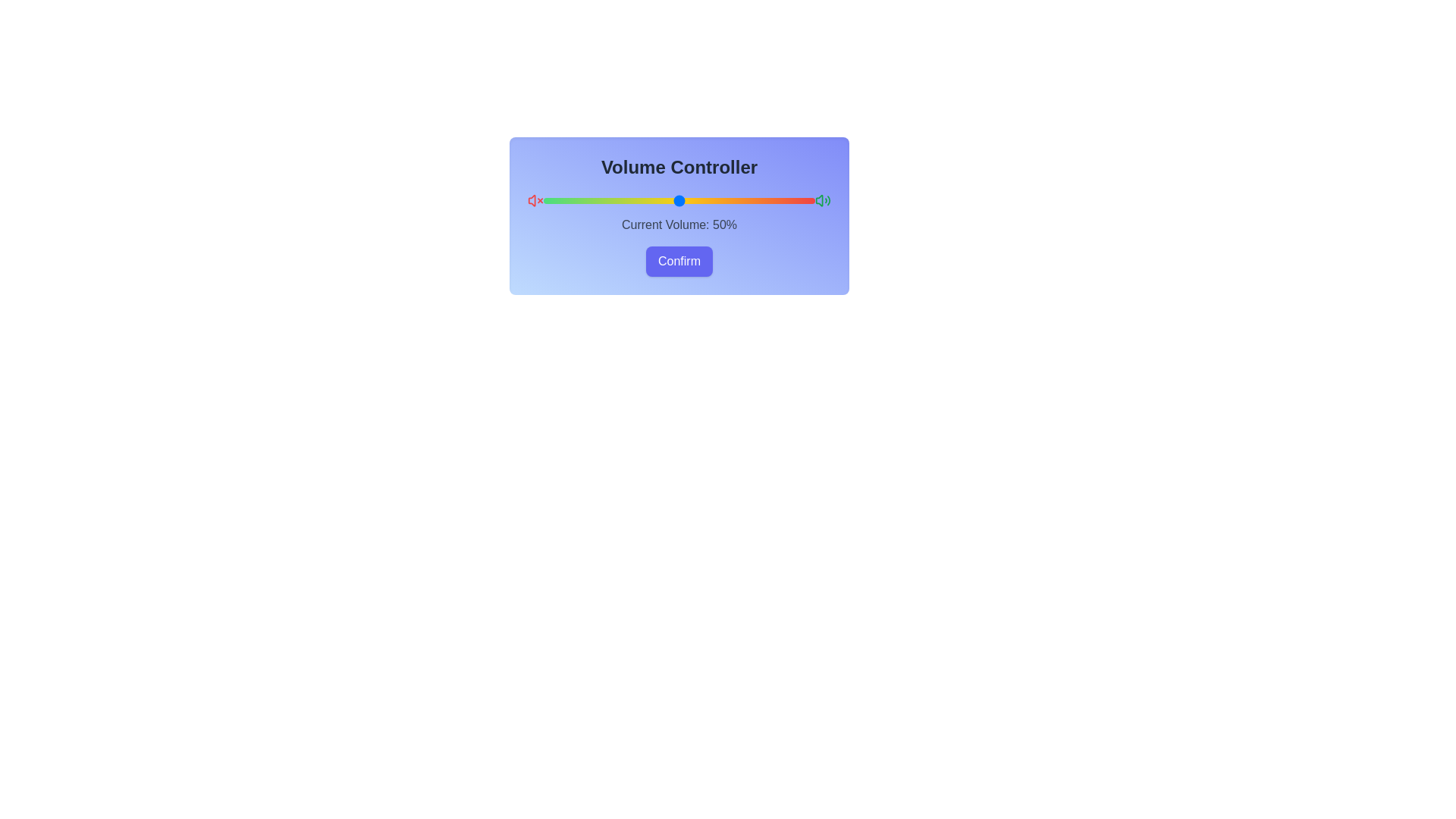 This screenshot has width=1456, height=819. I want to click on the volume slider to set the volume to 97%, so click(805, 200).